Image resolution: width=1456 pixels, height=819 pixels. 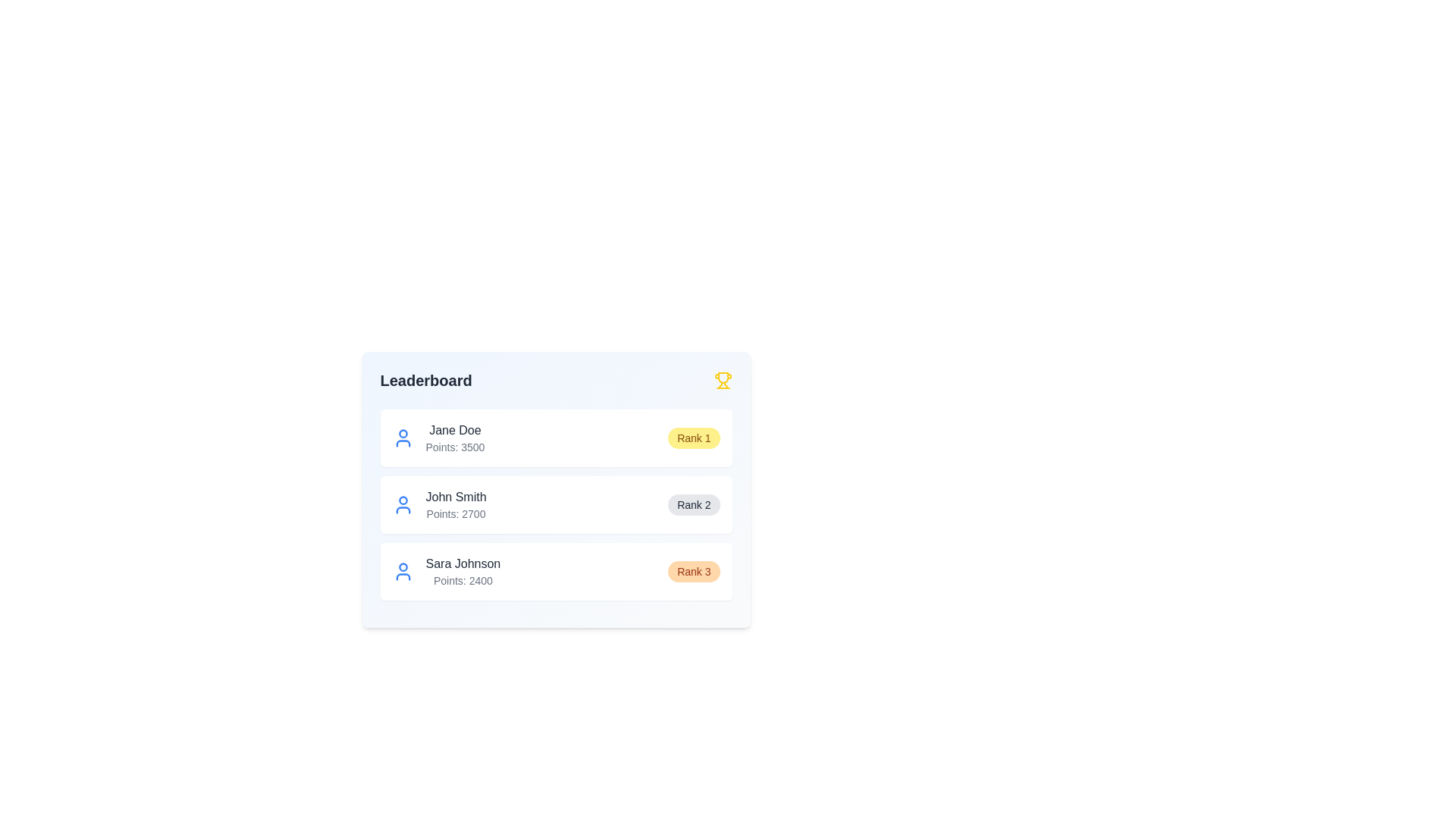 What do you see at coordinates (555, 505) in the screenshot?
I see `the Leaderboard Item representing the profile of 'John Smith', which displays '2700' points and 'Rank 2' badge` at bounding box center [555, 505].